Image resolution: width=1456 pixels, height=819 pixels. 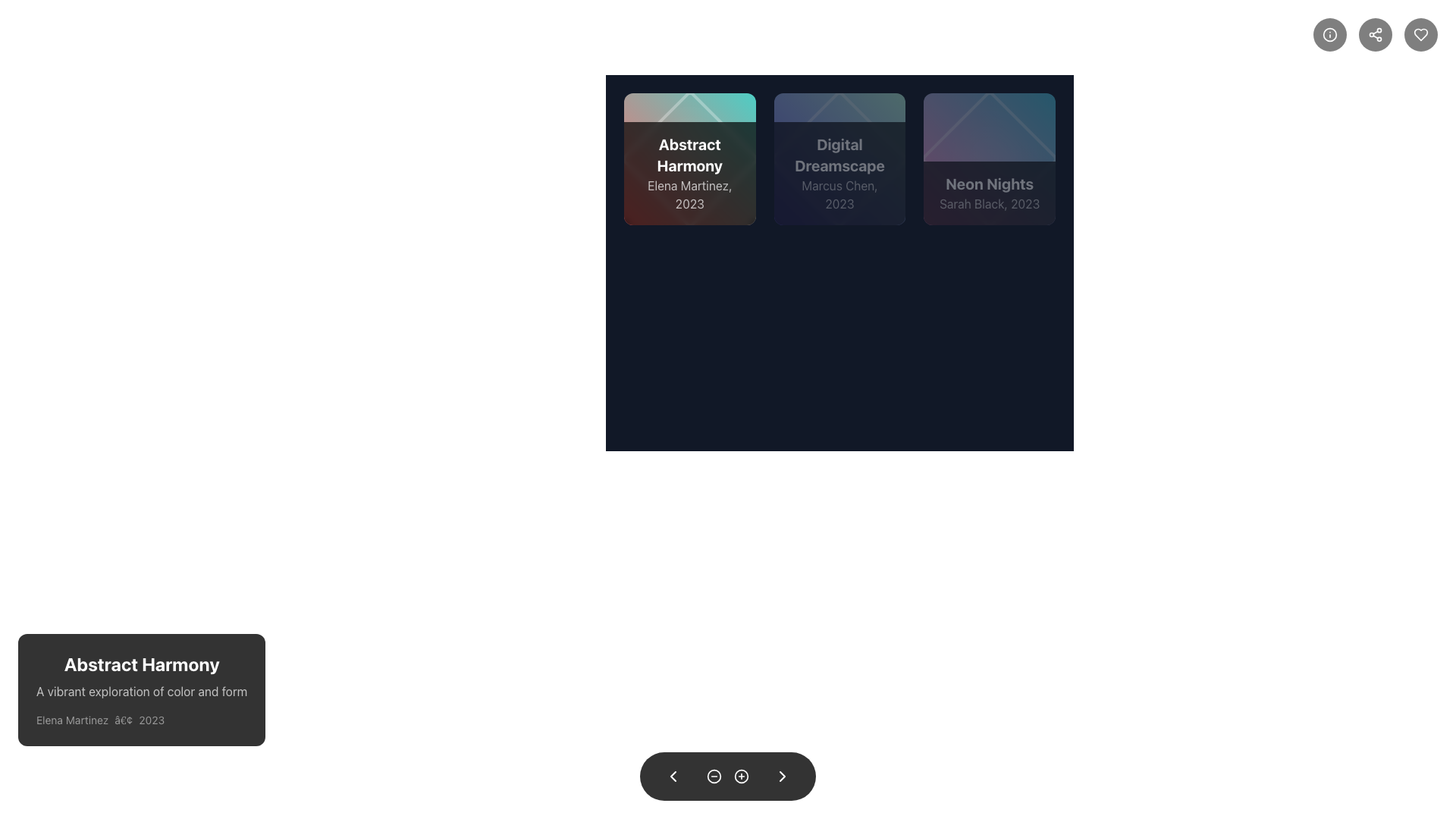 What do you see at coordinates (1376, 34) in the screenshot?
I see `the circular share icon located at the top-right corner of the interface` at bounding box center [1376, 34].